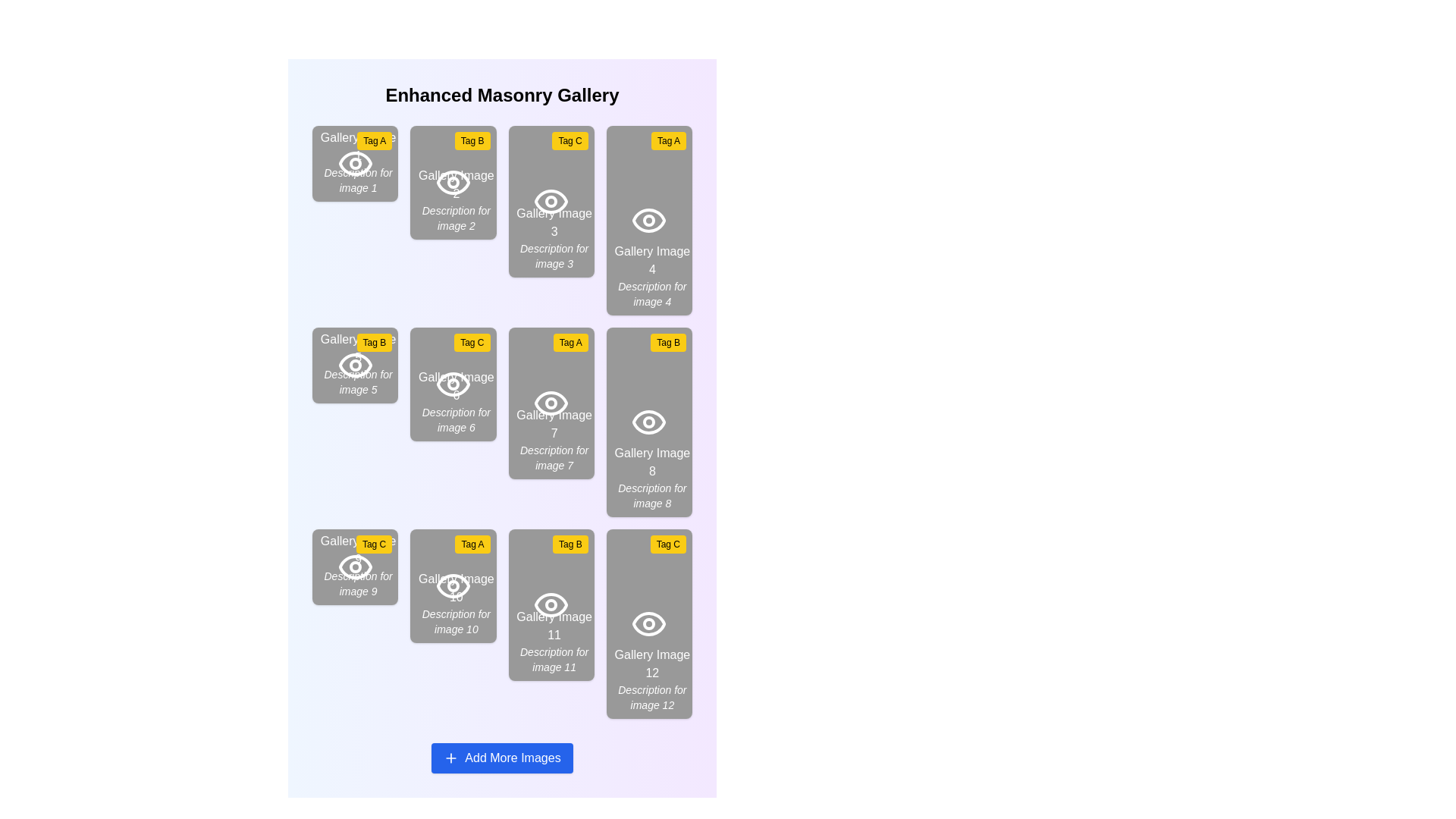  Describe the element at coordinates (554, 256) in the screenshot. I see `the text label stating 'Description for image 3', which is positioned below the title 'Gallery Image 3' in a card layout` at that location.